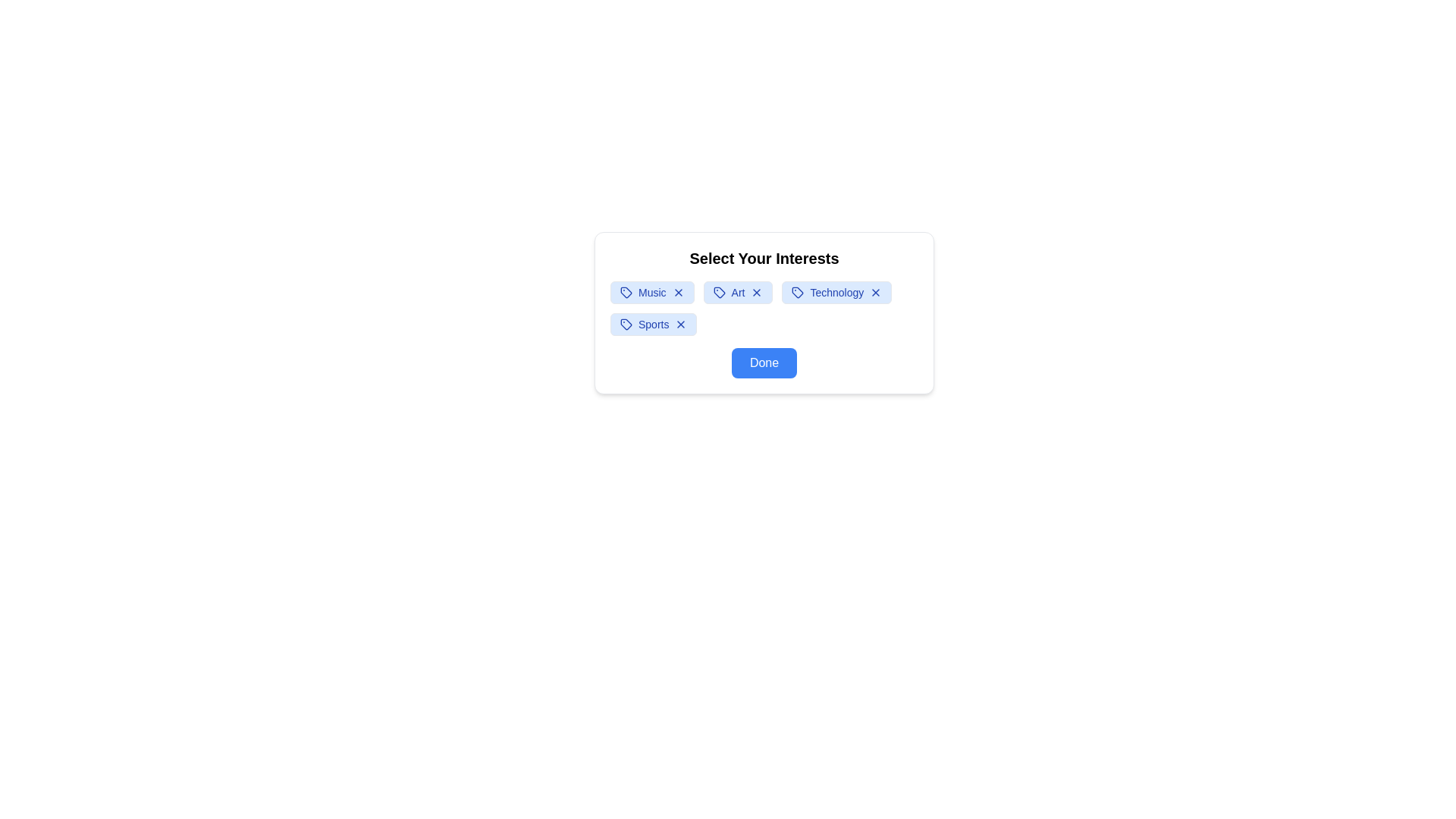 The width and height of the screenshot is (1456, 819). Describe the element at coordinates (836, 292) in the screenshot. I see `the interest tag labeled Technology to observe the hover effect` at that location.